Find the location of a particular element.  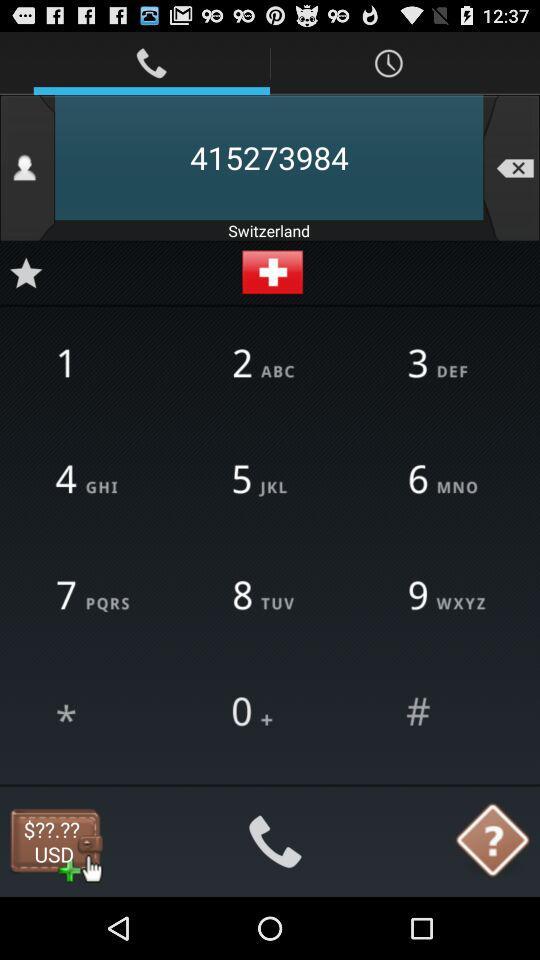

the number and letters present in third row third column is located at coordinates (445, 597).